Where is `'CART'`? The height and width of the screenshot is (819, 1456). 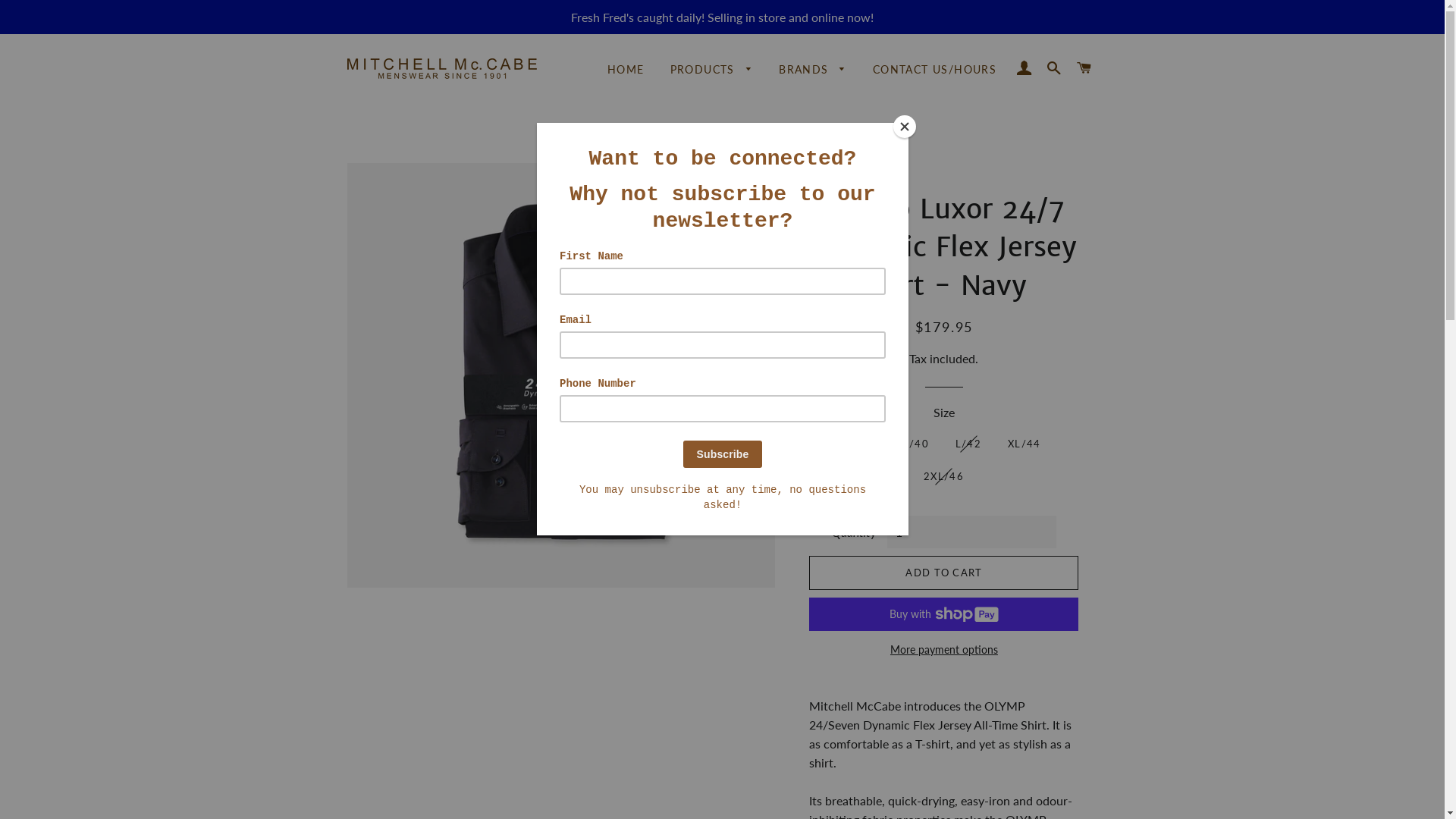 'CART' is located at coordinates (1083, 67).